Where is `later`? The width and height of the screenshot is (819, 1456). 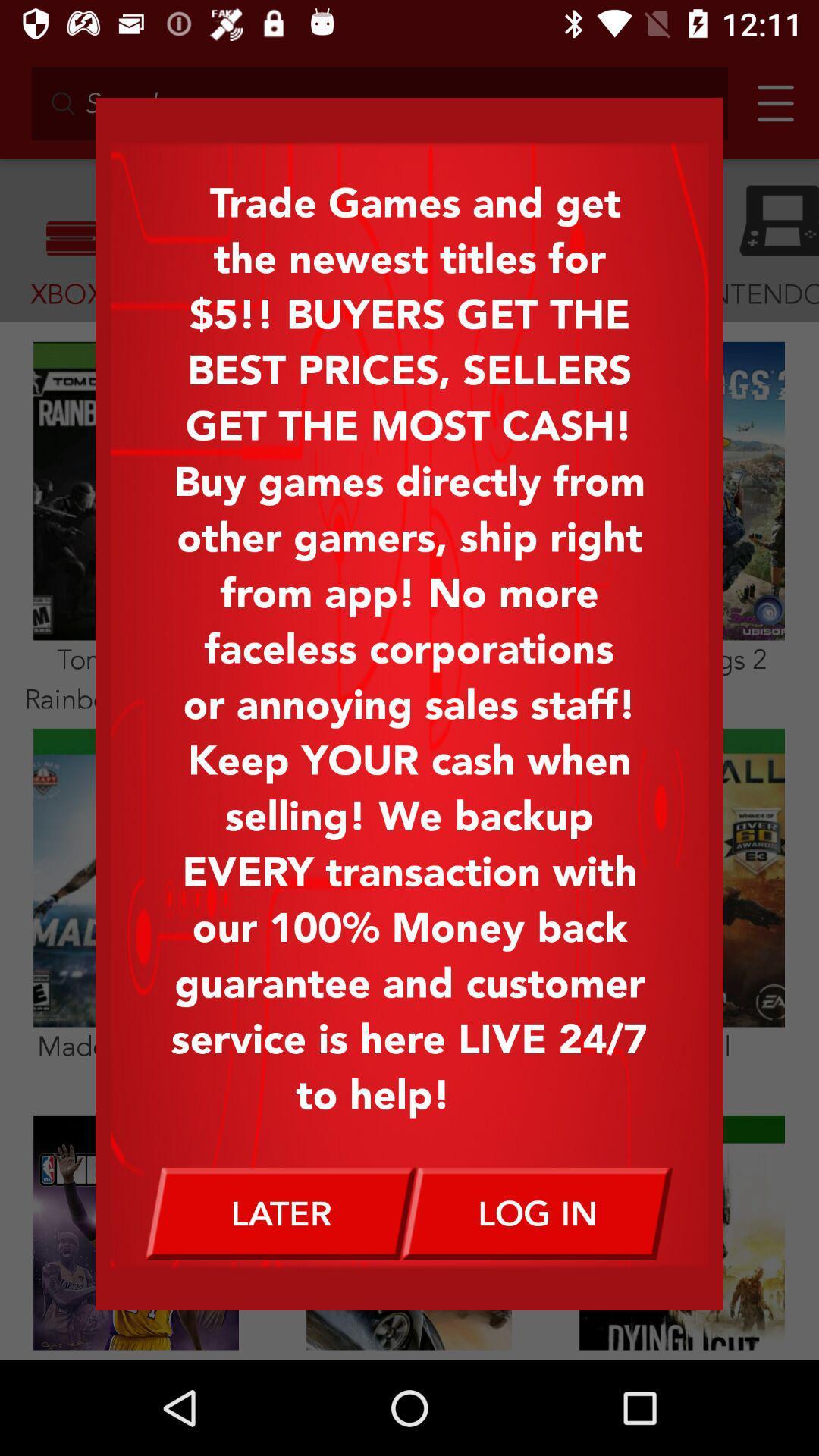
later is located at coordinates (281, 1213).